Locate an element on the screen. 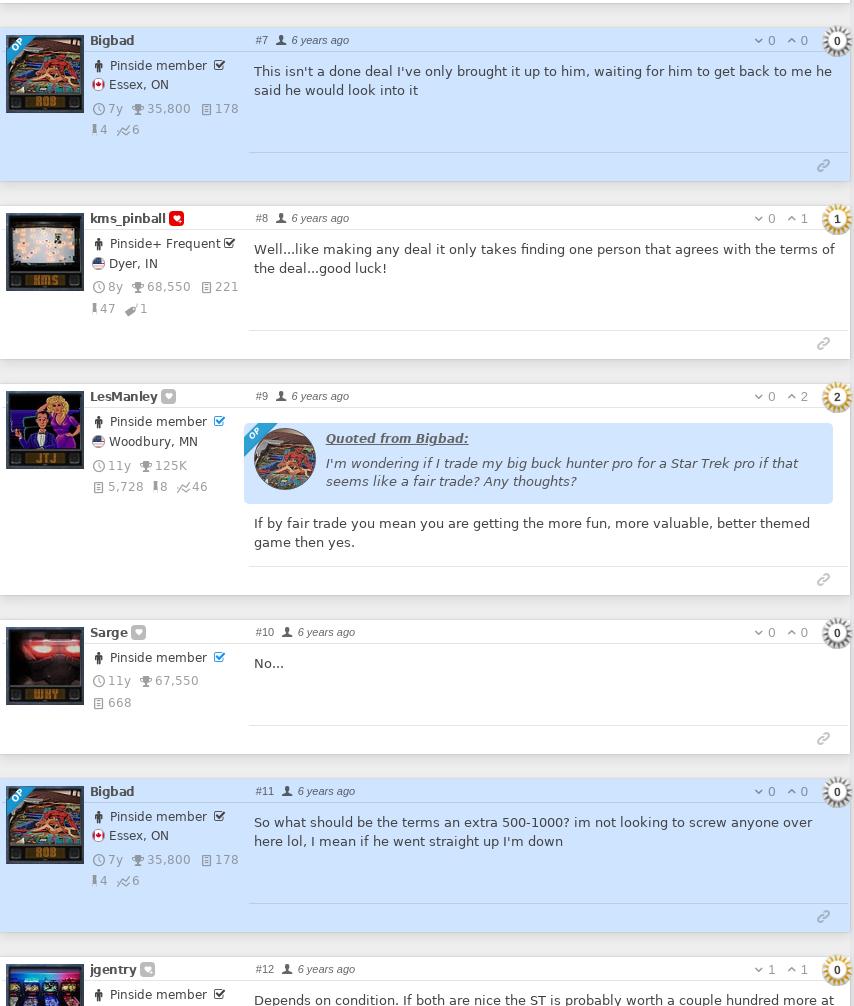  'JTJ' is located at coordinates (46, 457).